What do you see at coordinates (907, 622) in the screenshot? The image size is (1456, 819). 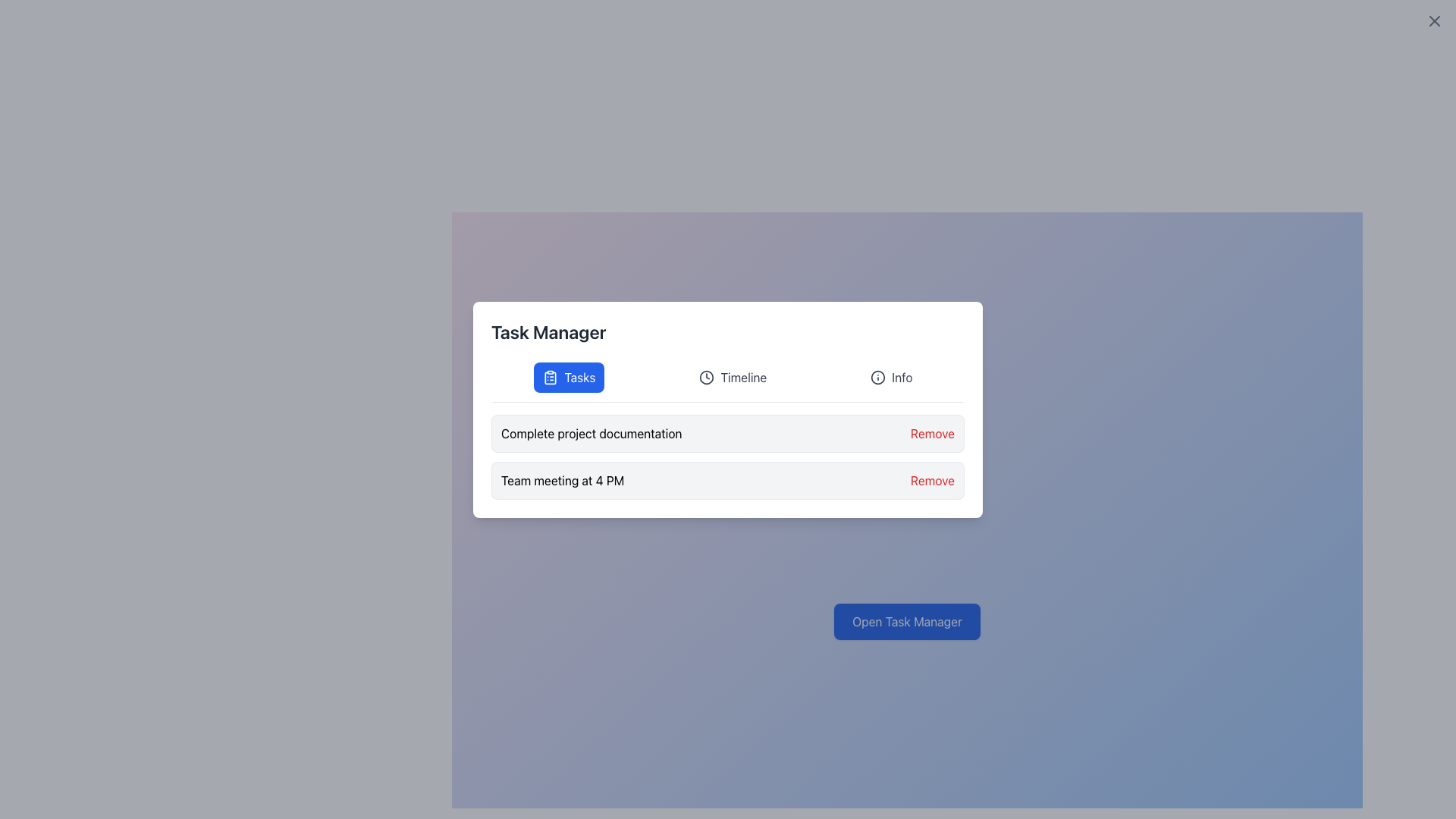 I see `the 'Open Task Manager' button` at bounding box center [907, 622].